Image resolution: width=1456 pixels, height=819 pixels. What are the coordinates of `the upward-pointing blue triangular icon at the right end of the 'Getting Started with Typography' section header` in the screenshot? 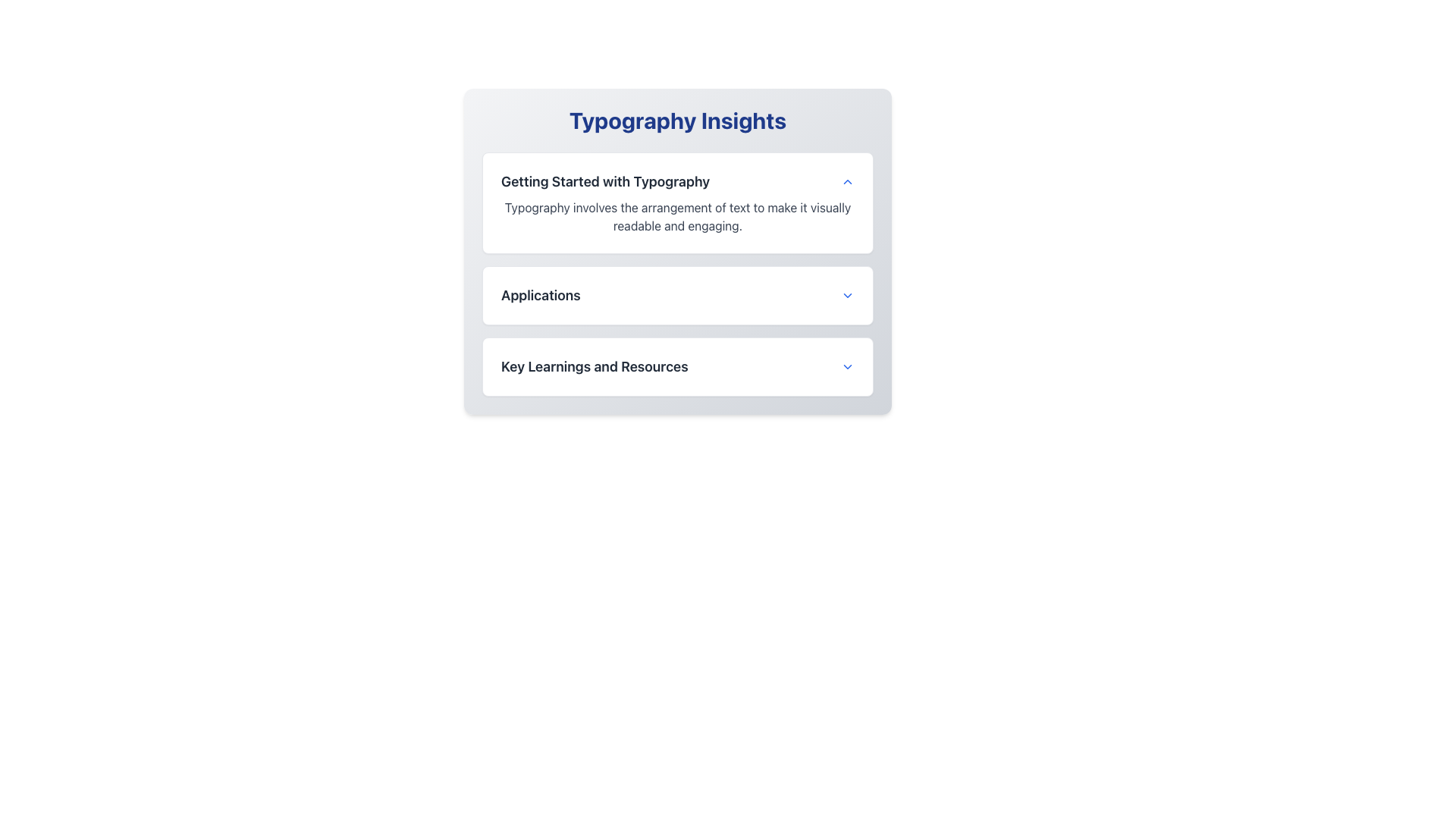 It's located at (847, 180).